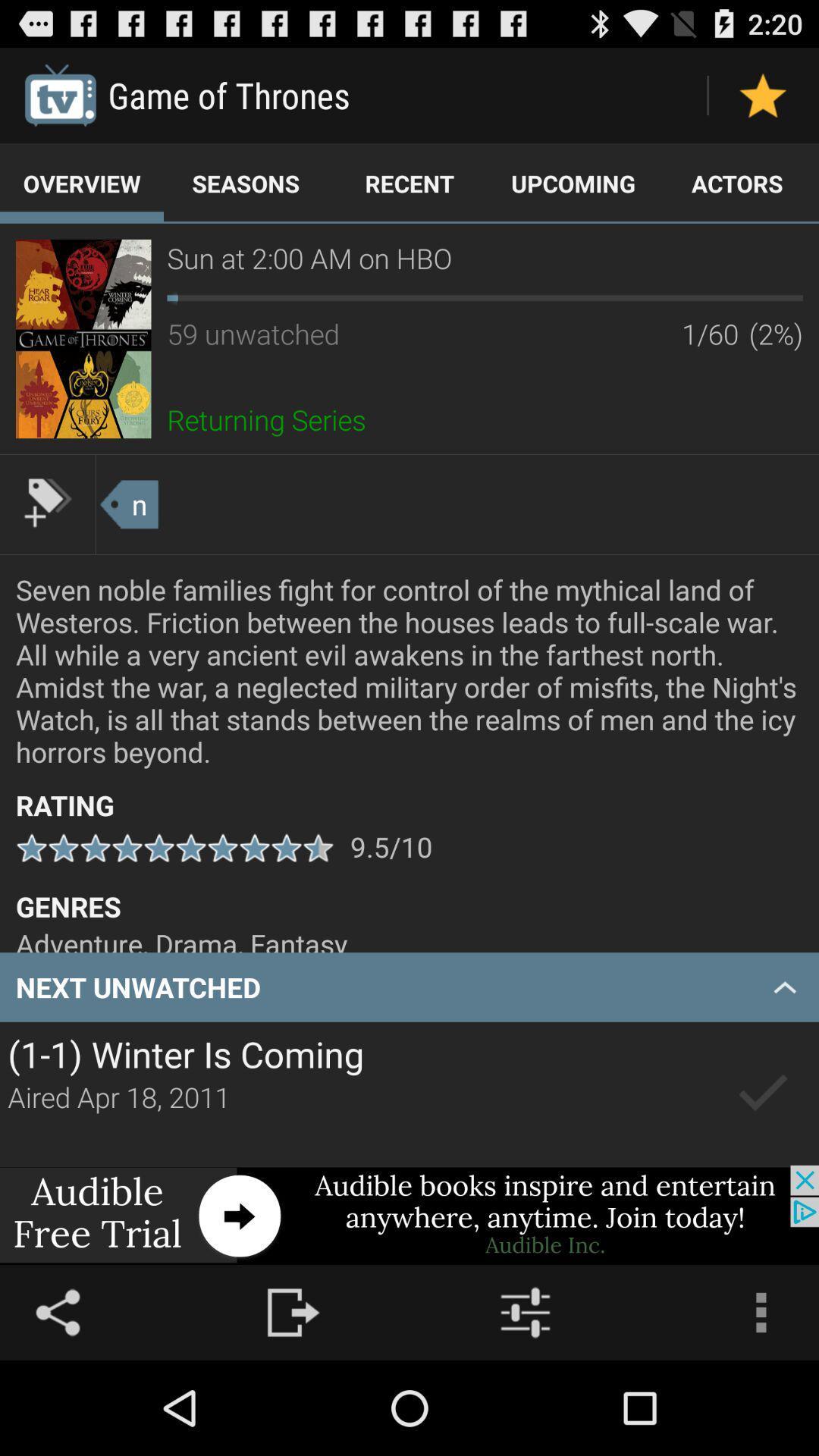 This screenshot has width=819, height=1456. I want to click on unwatched episode, so click(763, 1094).